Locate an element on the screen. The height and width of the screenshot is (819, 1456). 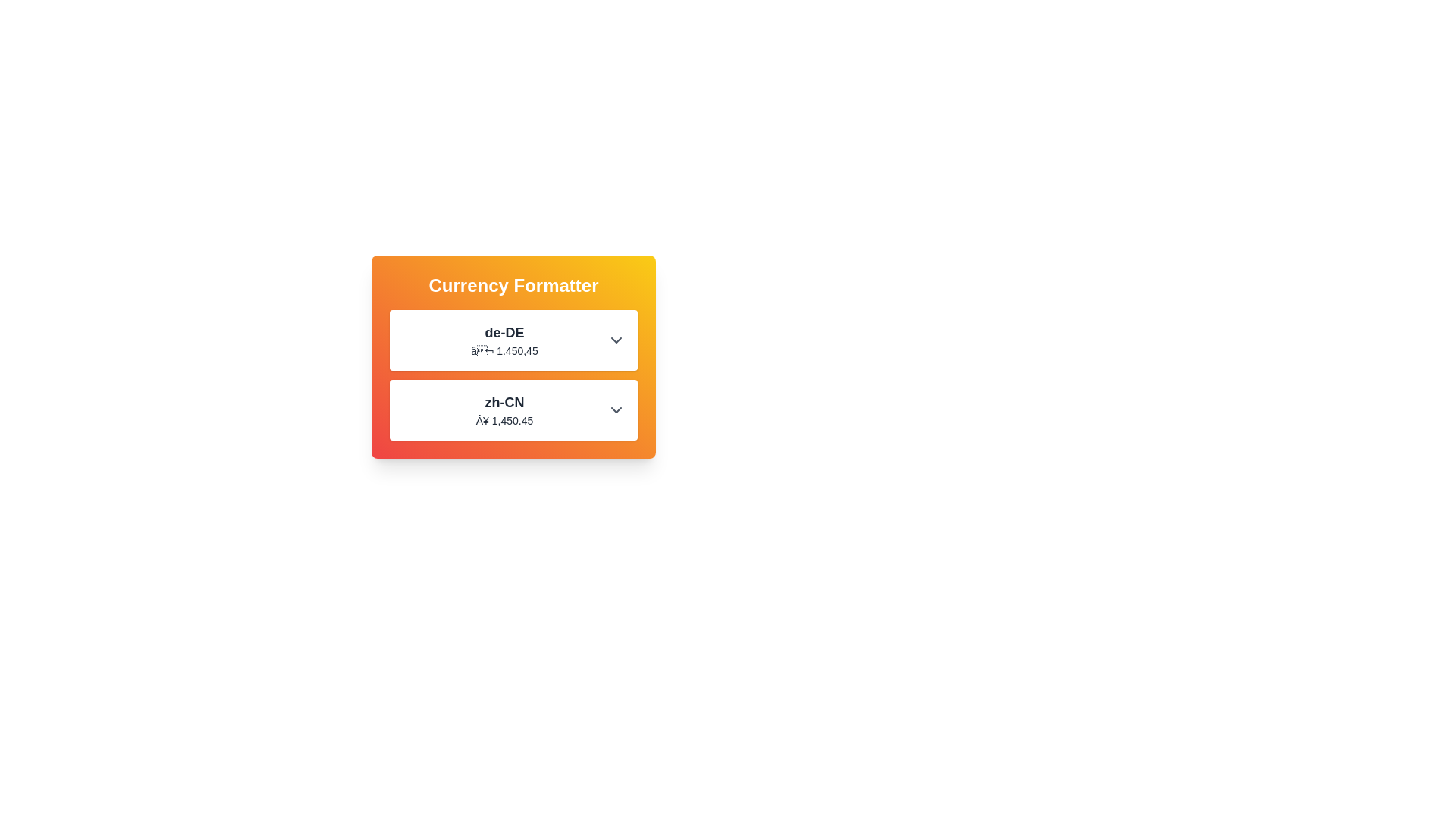
the chevron-down icon styled as an SVG graphic, which is located at the far right of the currency information block labeled 'zh-CN Â¥ 1,450.45.' is located at coordinates (616, 409).